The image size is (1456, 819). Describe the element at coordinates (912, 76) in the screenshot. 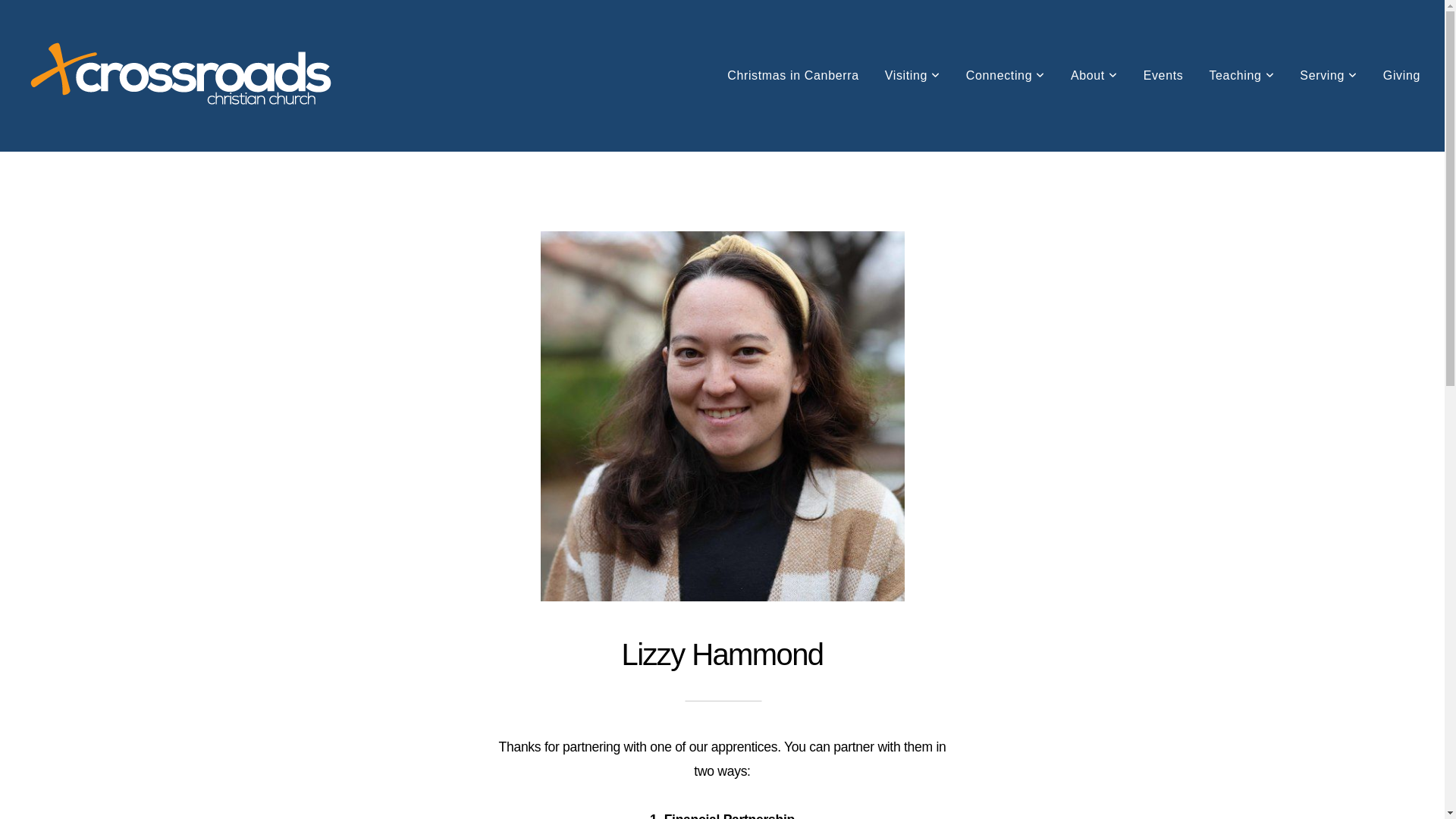

I see `'Visiting '` at that location.